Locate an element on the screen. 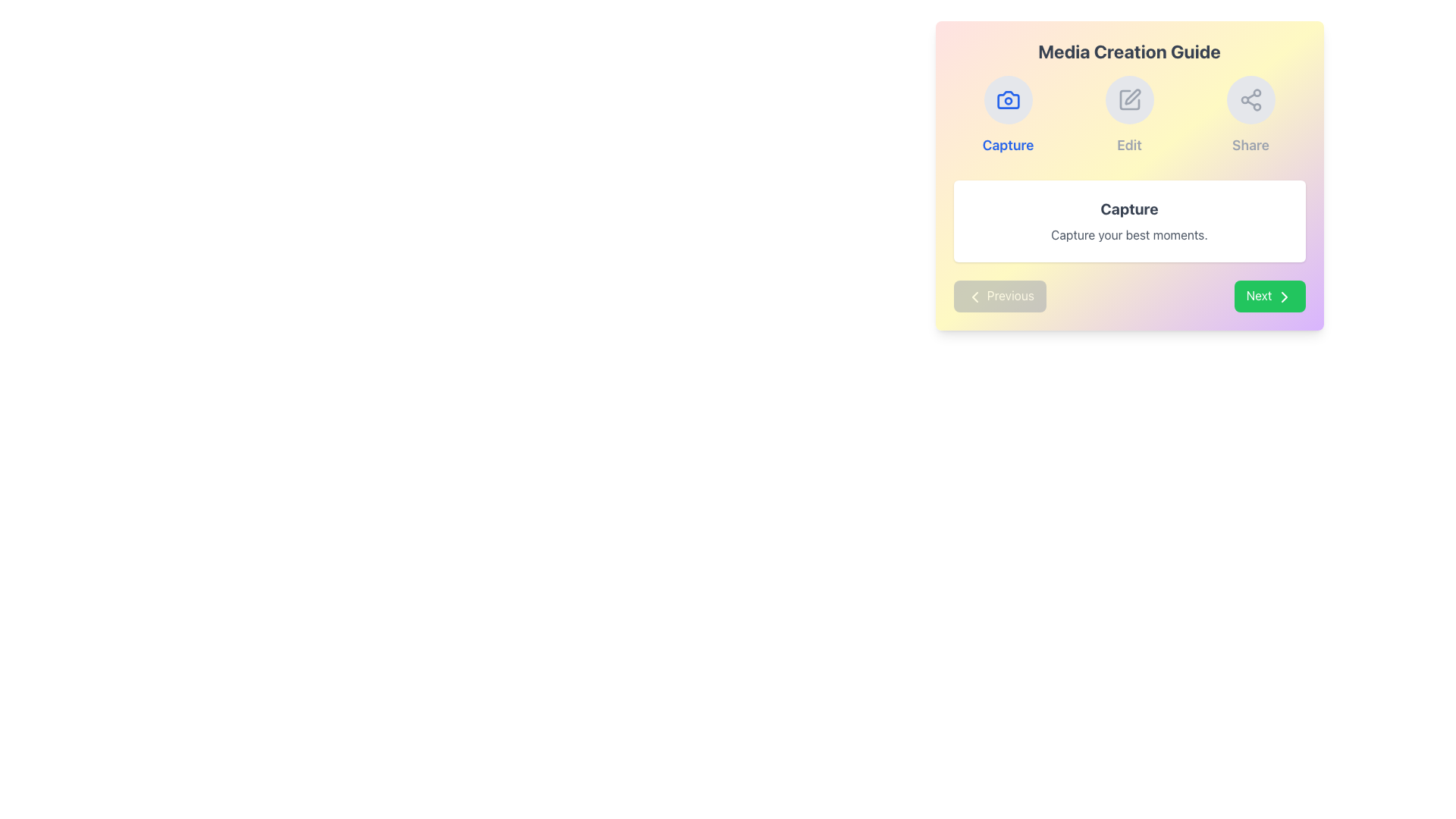 This screenshot has width=1456, height=819. the Static Text Label reading 'Capture' which is styled in bold, medium-large blue font and located below the camera icon in the 'Media Creation Guide' card section is located at coordinates (1008, 146).